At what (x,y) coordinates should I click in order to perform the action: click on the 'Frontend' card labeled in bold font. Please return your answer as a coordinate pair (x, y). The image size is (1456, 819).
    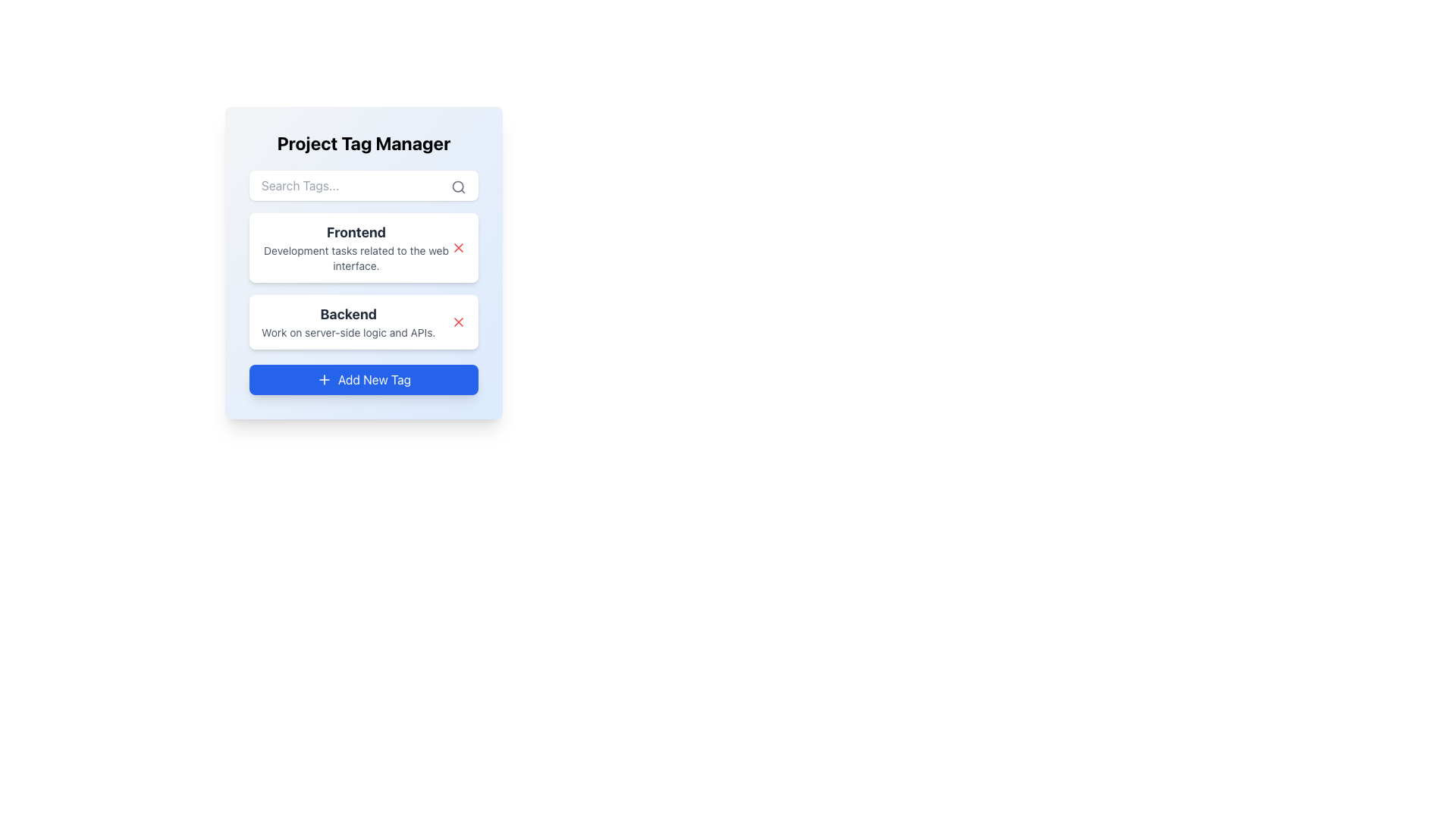
    Looking at the image, I should click on (364, 281).